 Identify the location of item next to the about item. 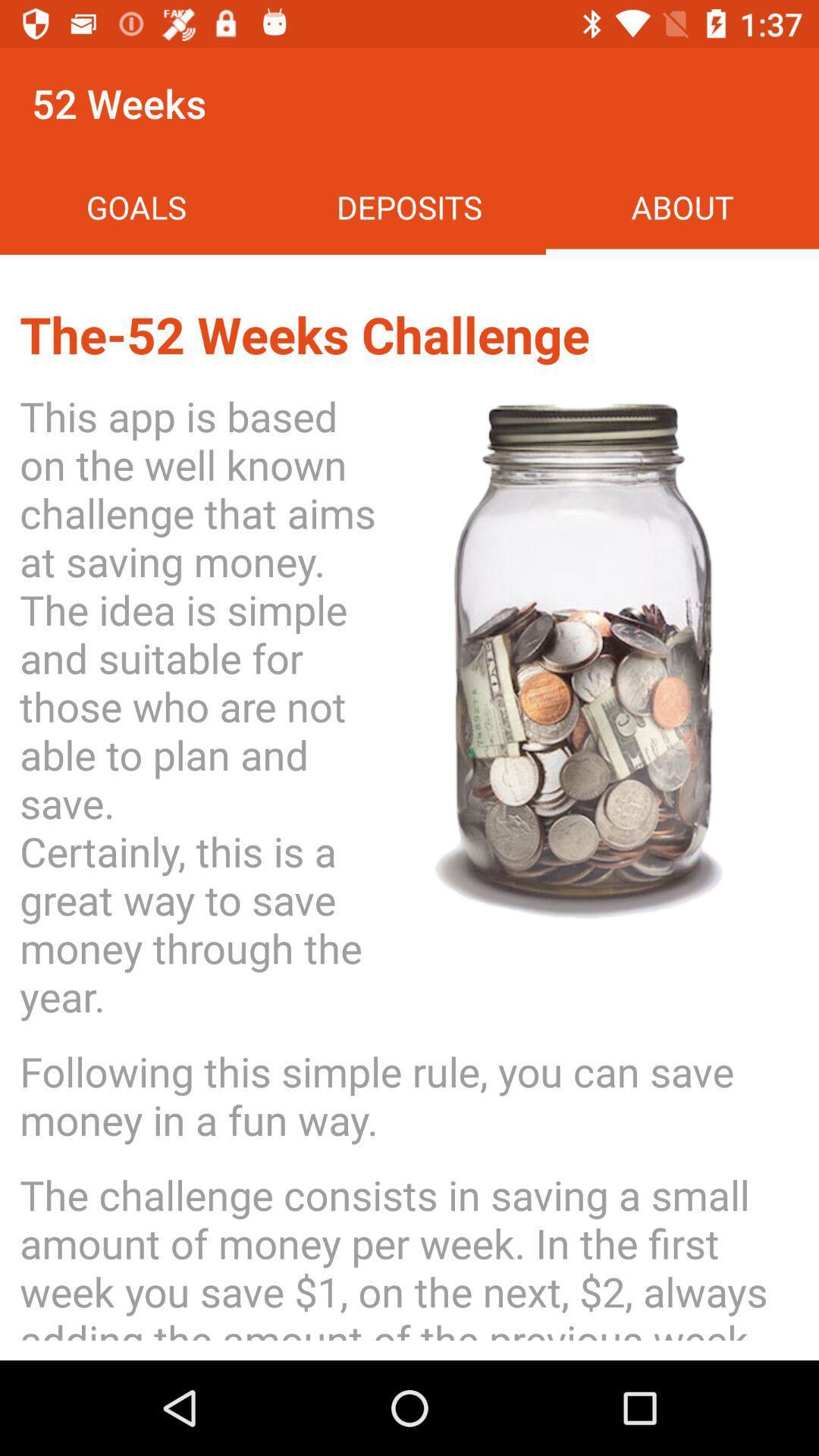
(409, 206).